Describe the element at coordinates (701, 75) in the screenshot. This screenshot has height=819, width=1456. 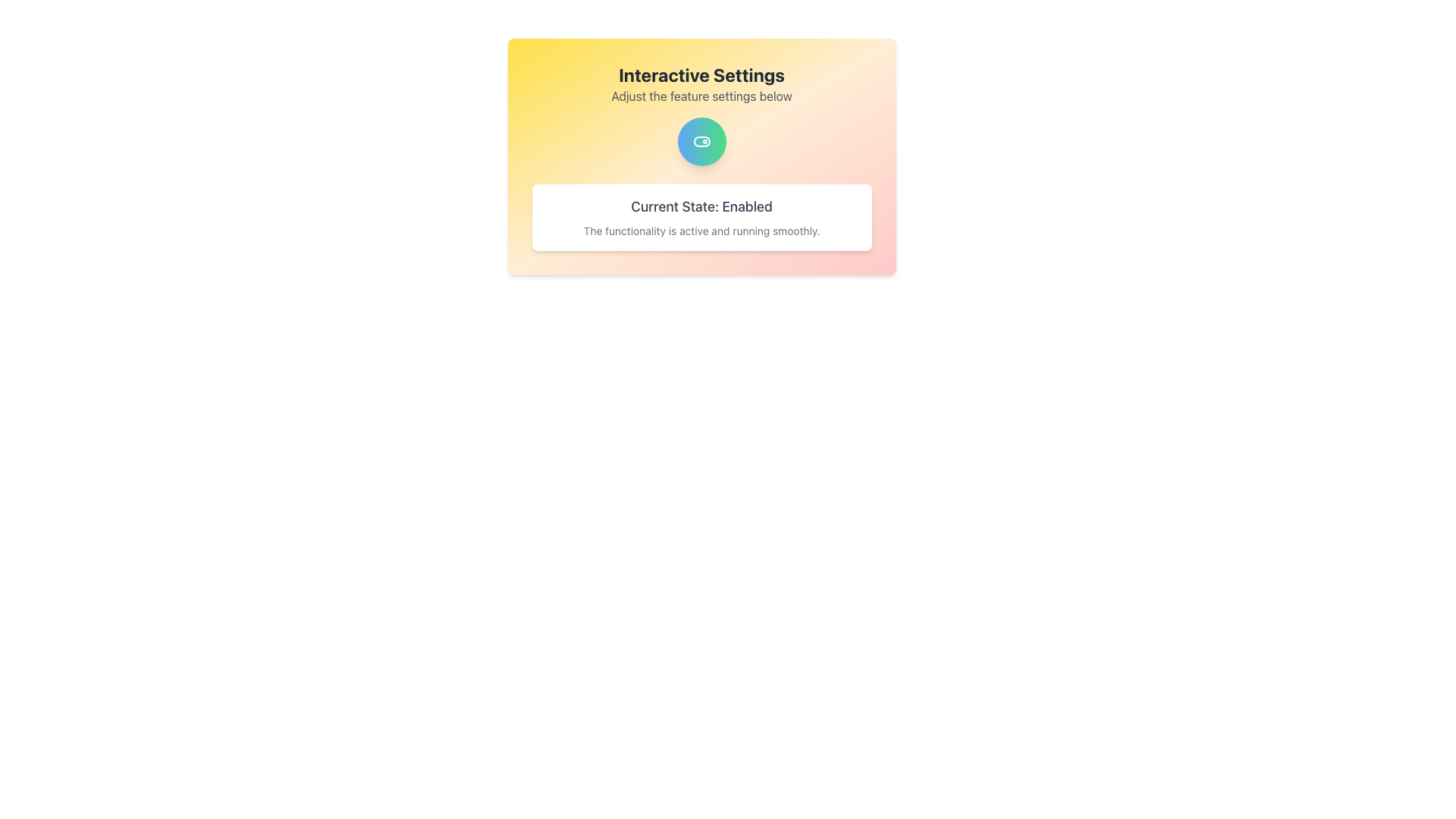
I see `the header text element that serves as a title for the section, located above the text 'Adjust the feature settings below'` at that location.